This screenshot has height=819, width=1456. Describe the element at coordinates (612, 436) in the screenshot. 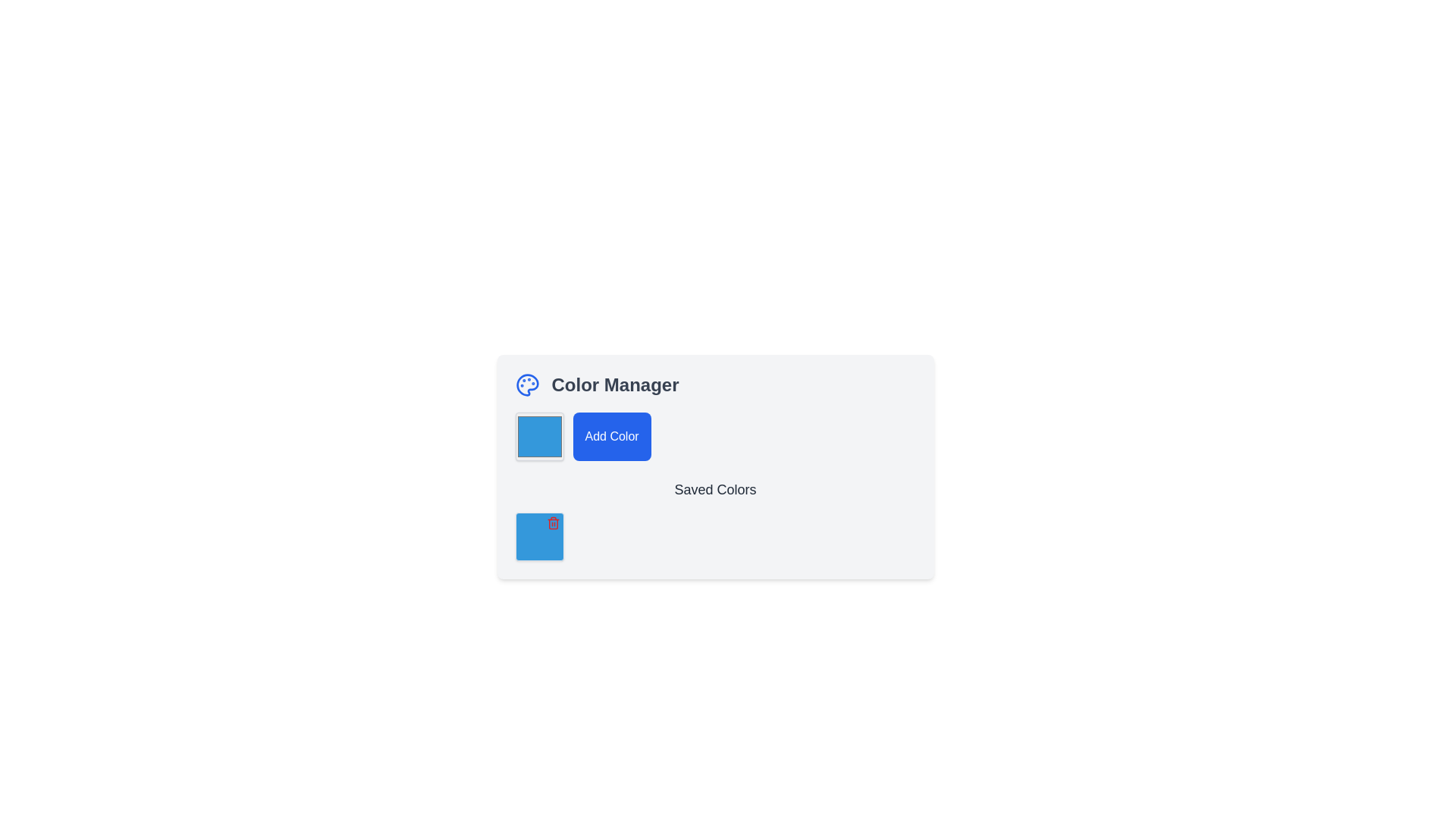

I see `the second button in the 'Color Manager' section` at that location.